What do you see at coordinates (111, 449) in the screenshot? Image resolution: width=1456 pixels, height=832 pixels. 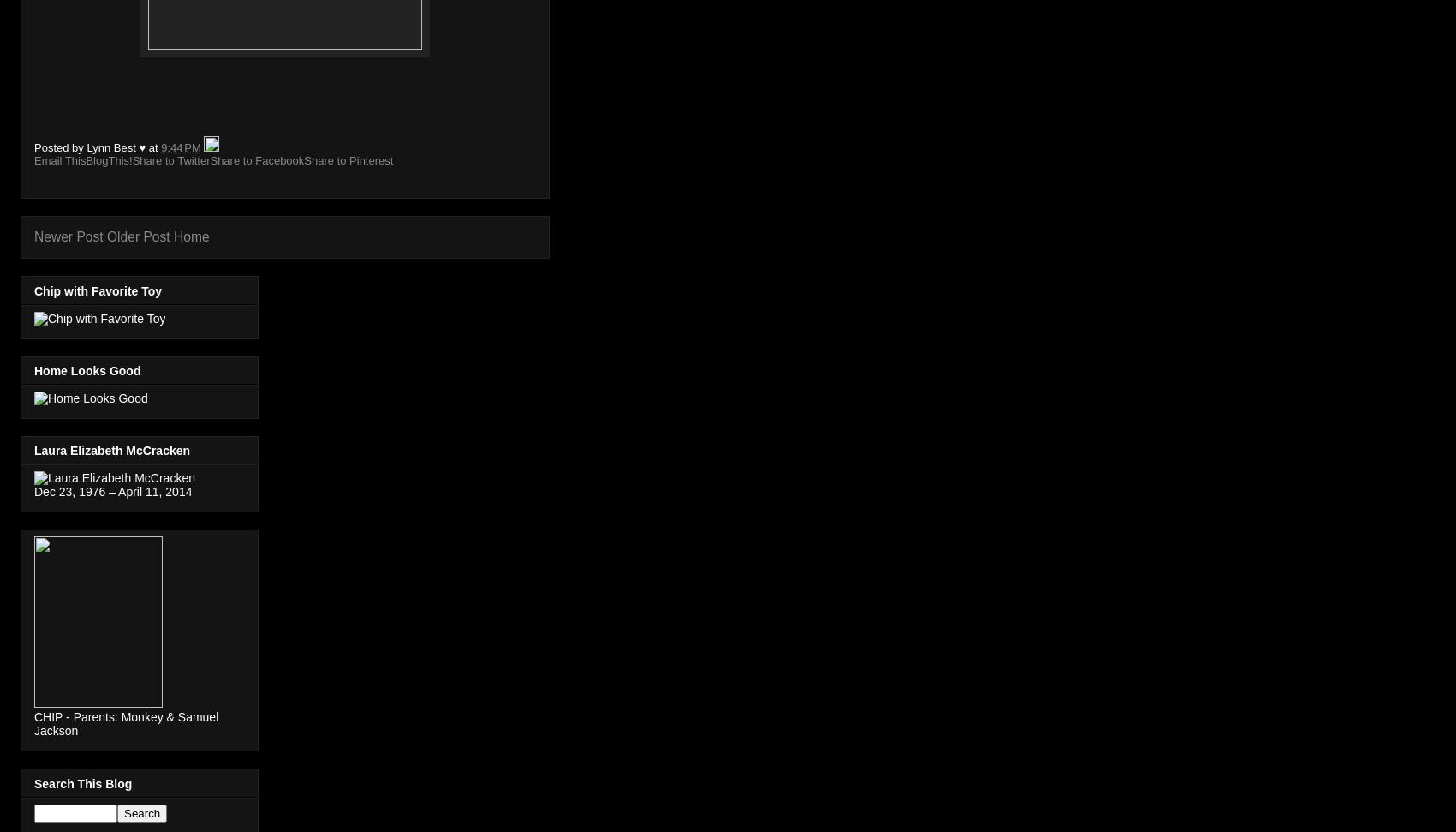 I see `'Laura Elizabeth McCracken'` at bounding box center [111, 449].